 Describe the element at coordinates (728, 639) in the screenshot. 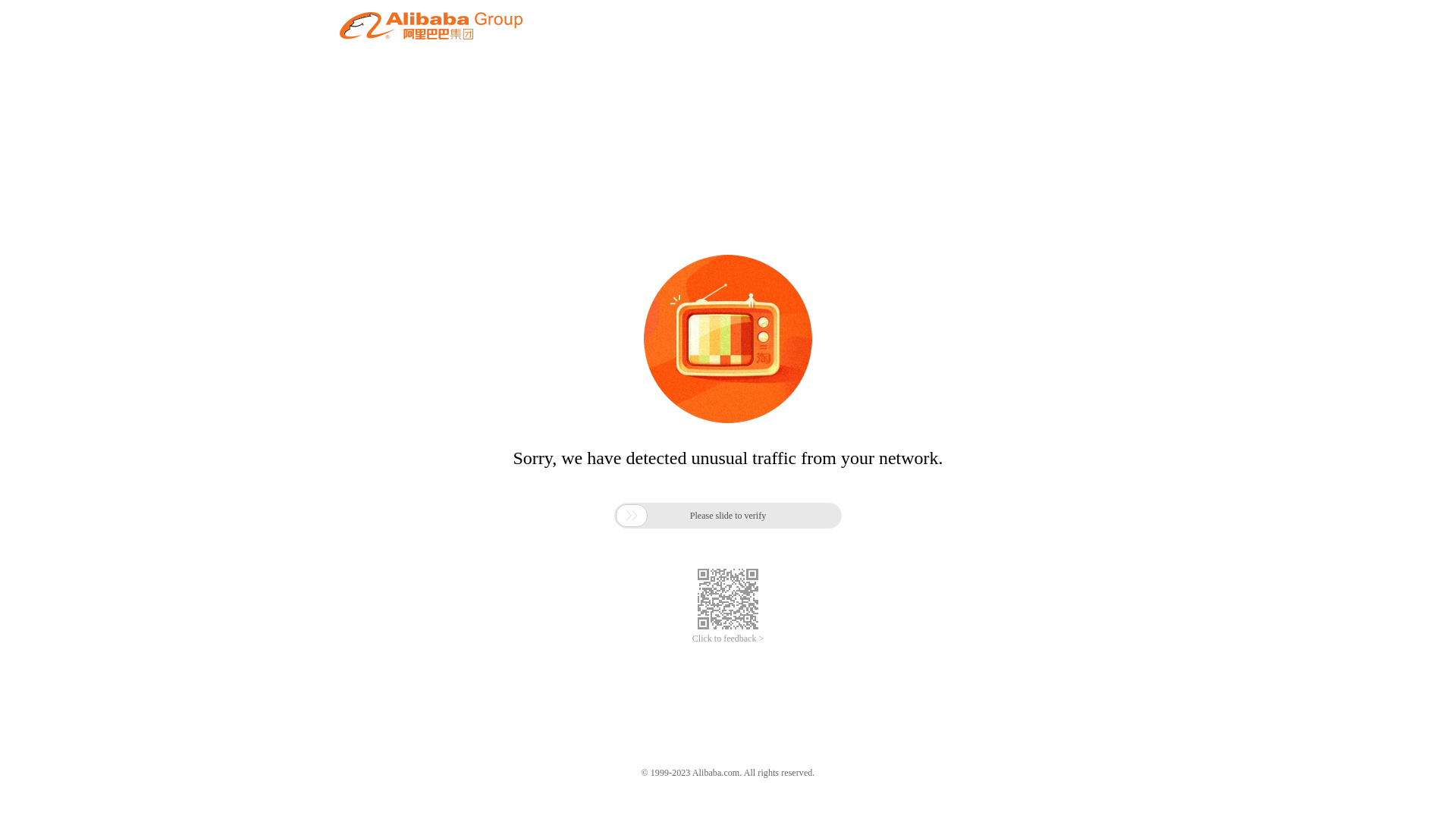

I see `'Click to feedback >'` at that location.